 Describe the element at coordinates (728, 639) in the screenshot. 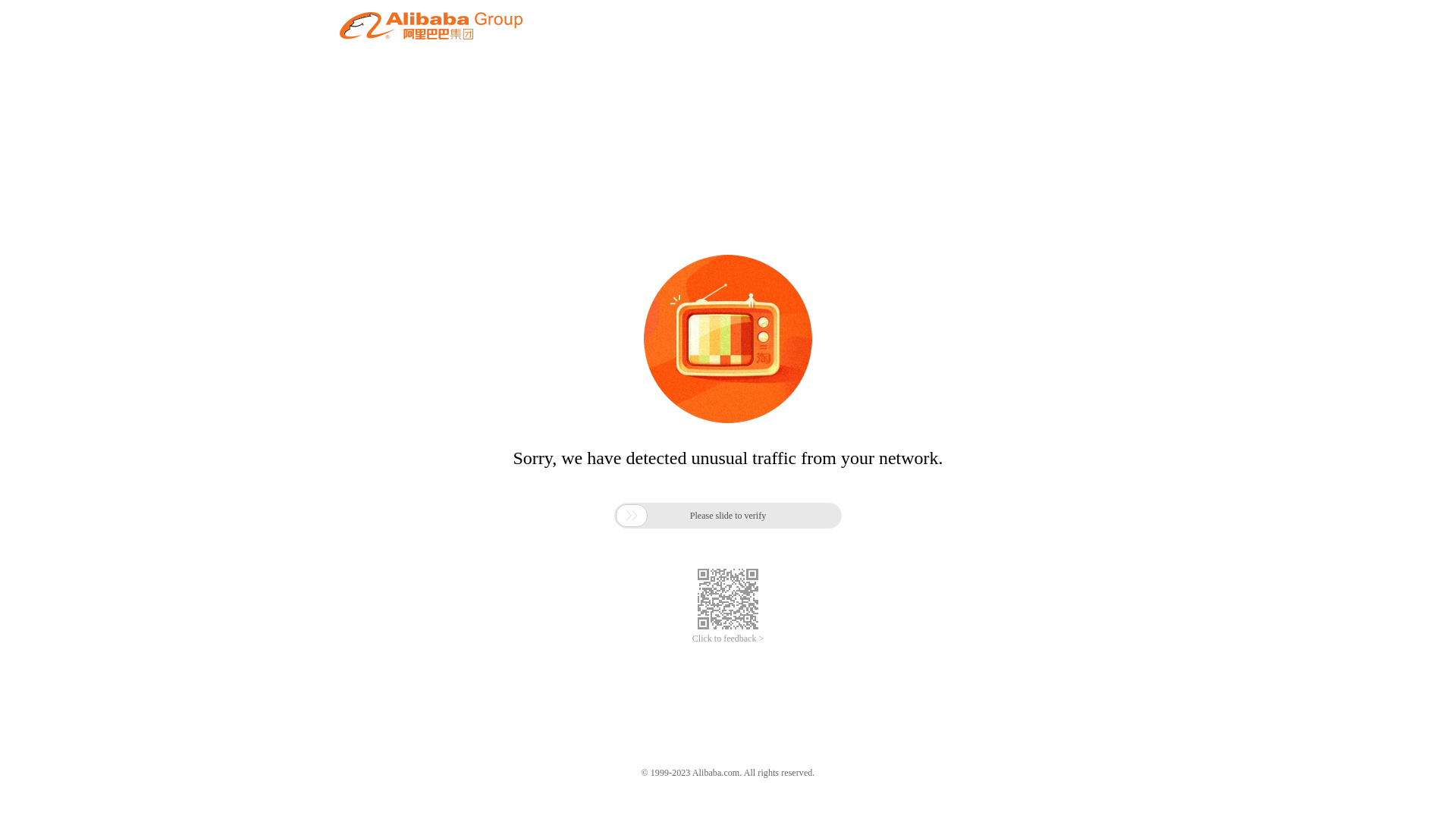

I see `'Click to feedback >'` at that location.